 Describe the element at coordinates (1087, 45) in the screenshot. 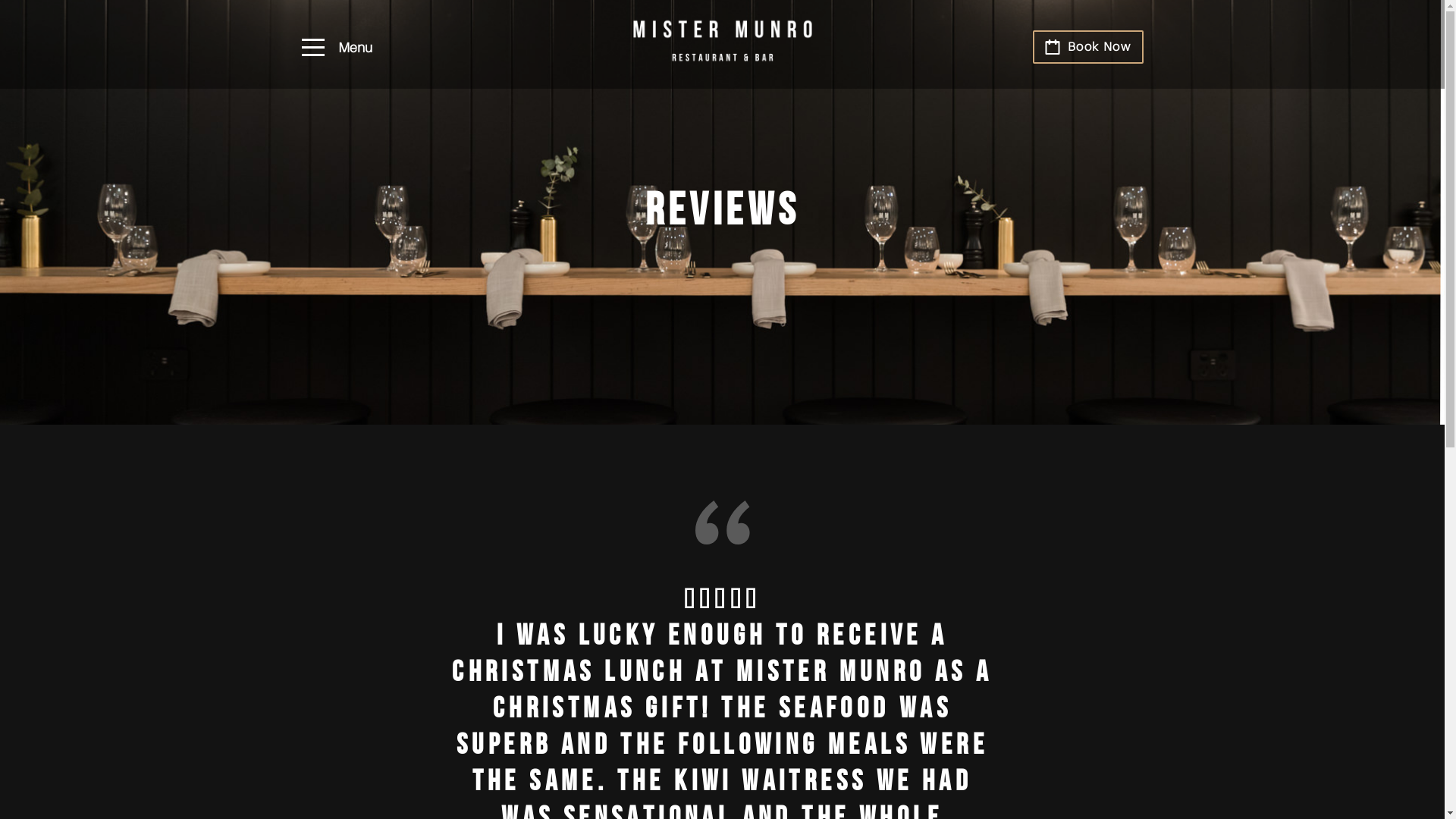

I see `'Book Now'` at that location.